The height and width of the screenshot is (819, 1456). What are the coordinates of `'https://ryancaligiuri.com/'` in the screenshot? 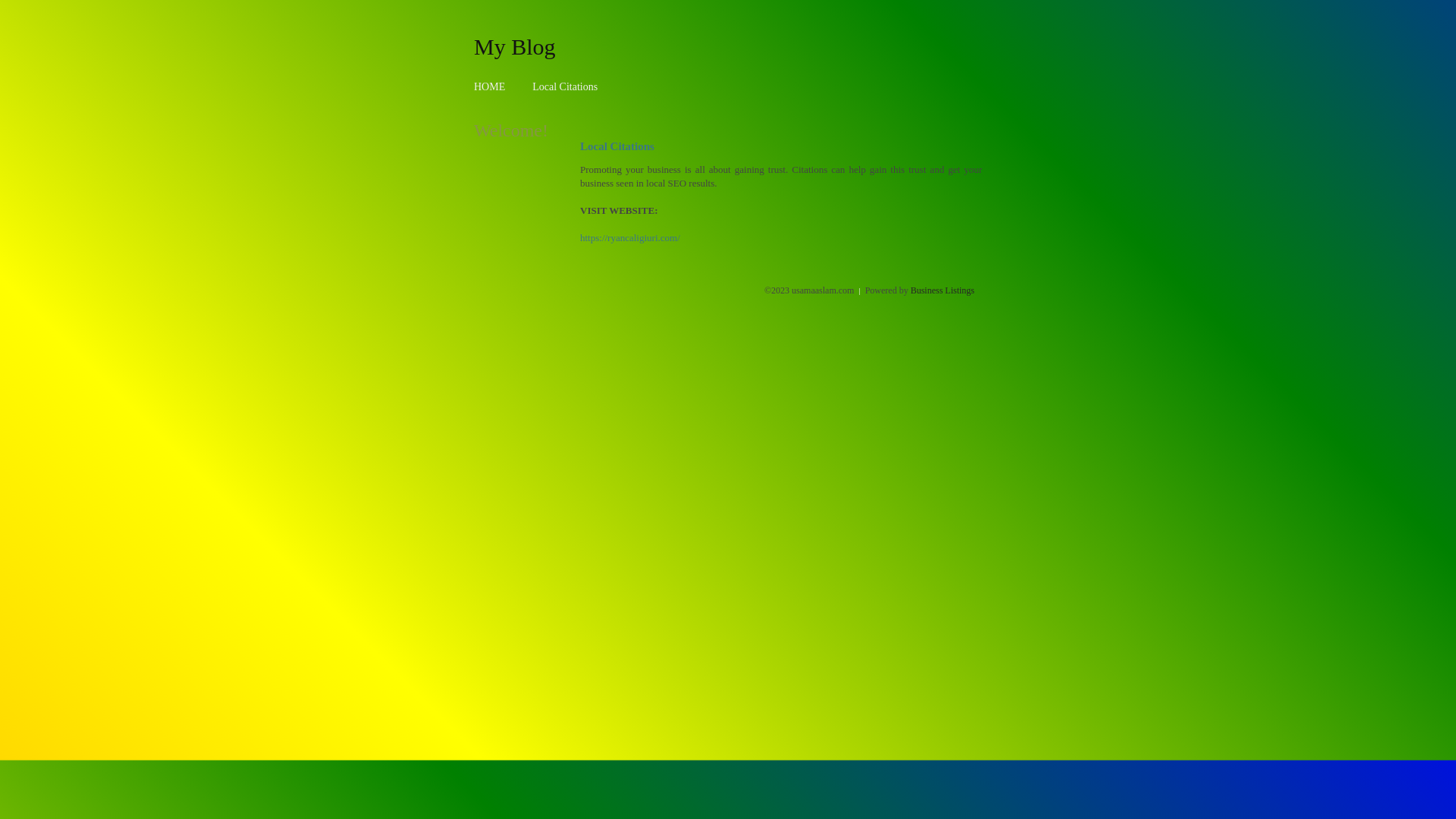 It's located at (629, 237).